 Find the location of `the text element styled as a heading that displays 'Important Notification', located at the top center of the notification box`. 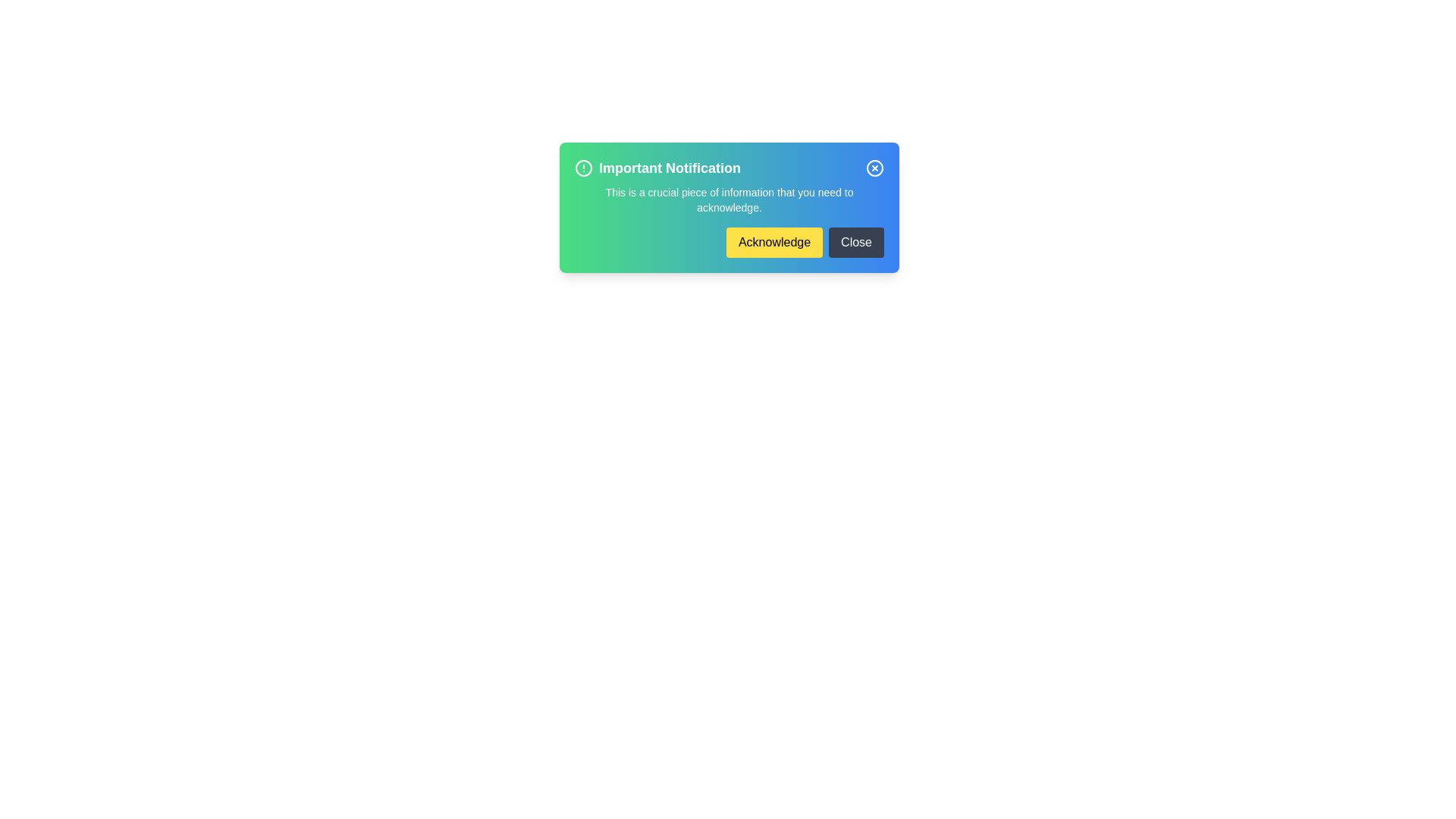

the text element styled as a heading that displays 'Important Notification', located at the top center of the notification box is located at coordinates (669, 168).